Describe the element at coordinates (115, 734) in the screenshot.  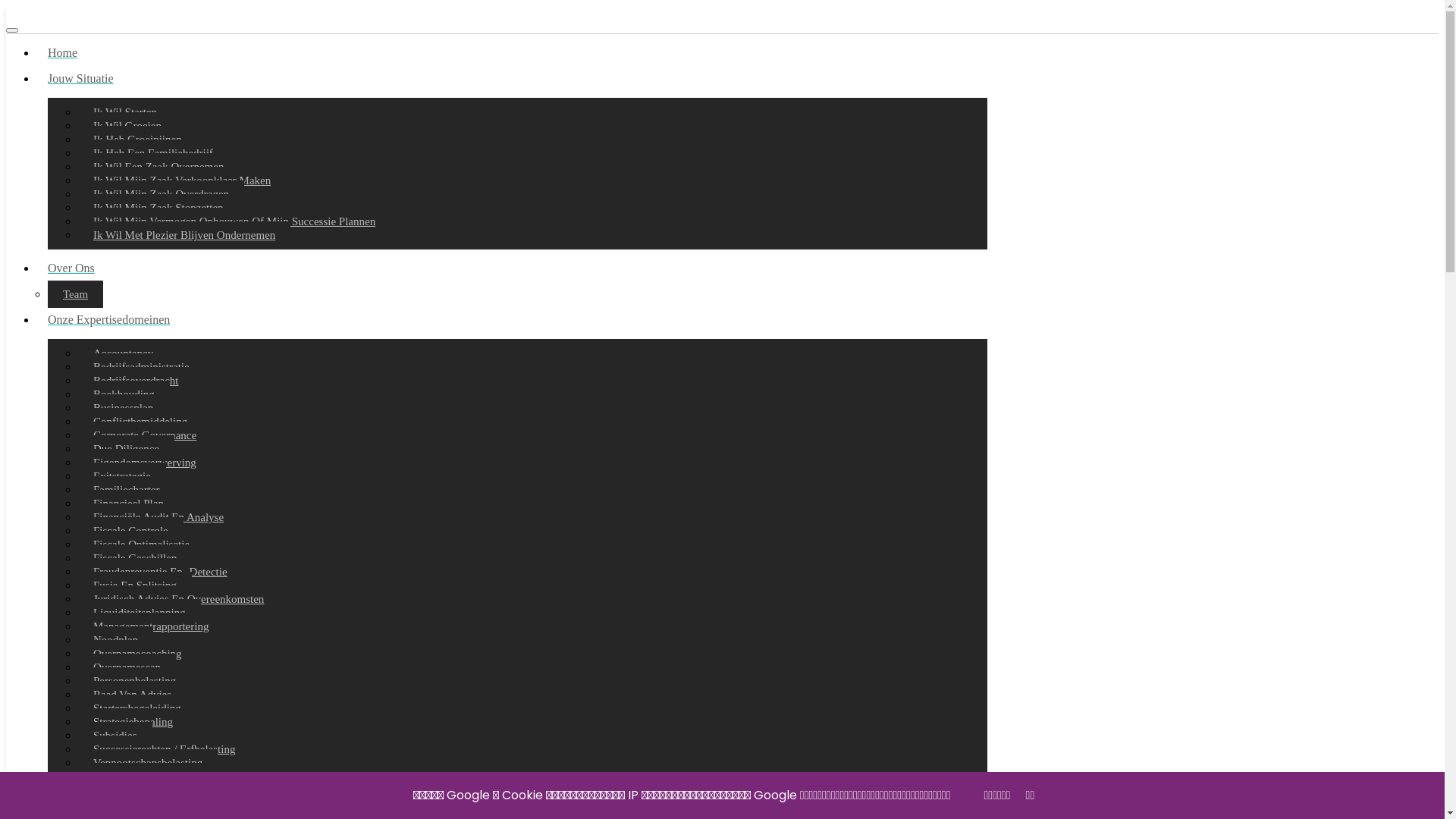
I see `'Subsidies'` at that location.